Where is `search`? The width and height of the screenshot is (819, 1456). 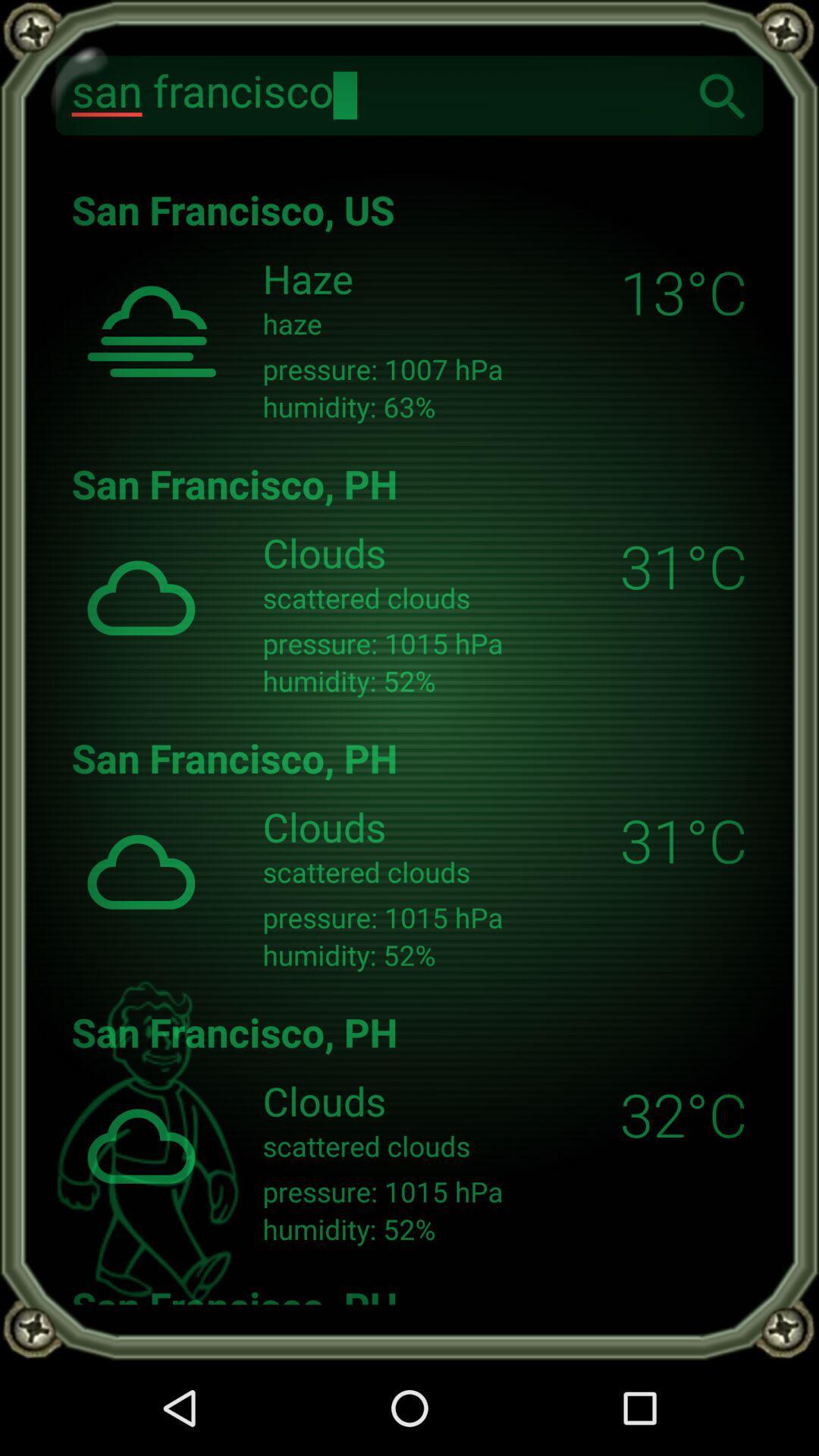 search is located at coordinates (722, 94).